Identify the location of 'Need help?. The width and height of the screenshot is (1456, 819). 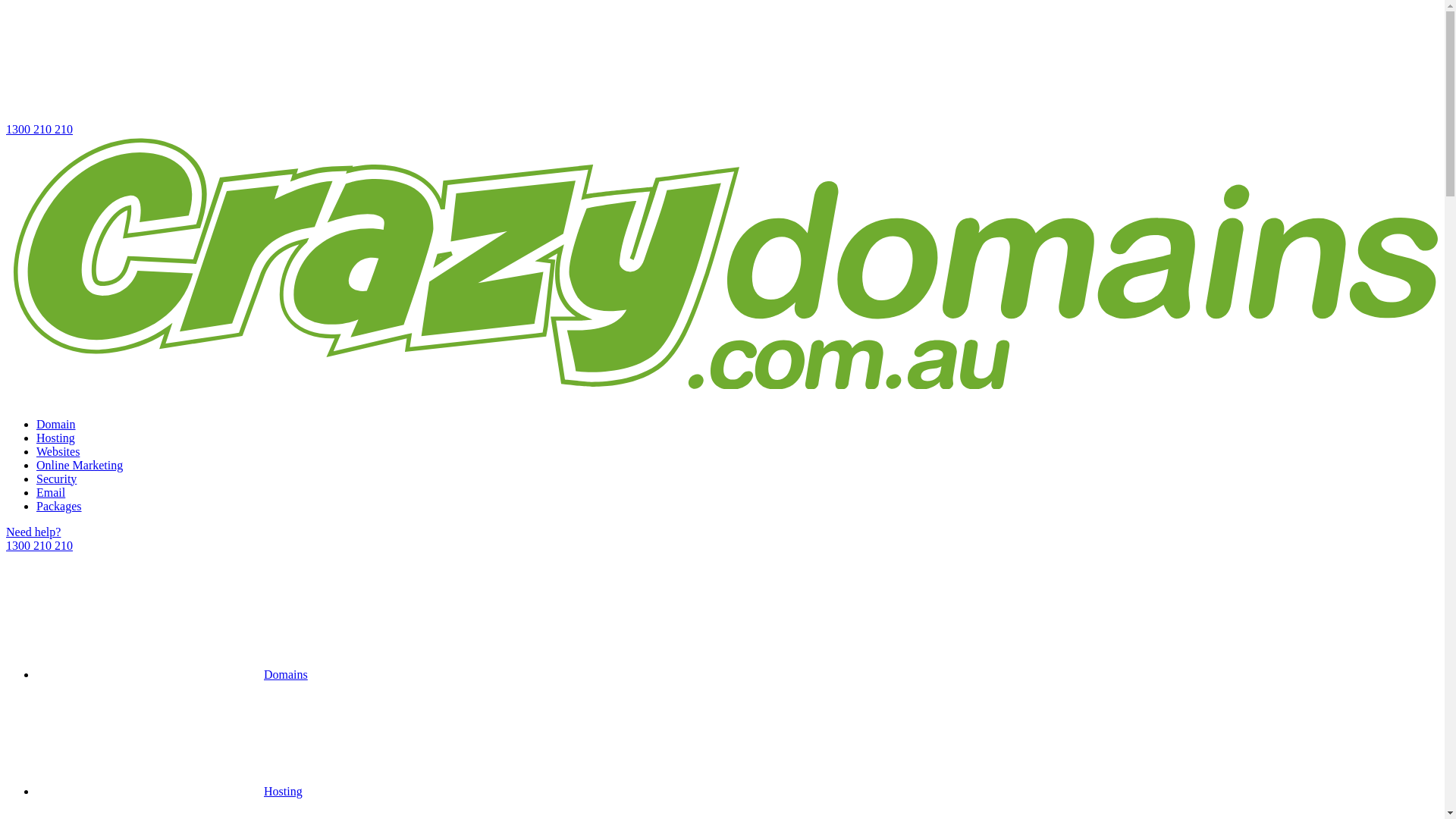
(721, 538).